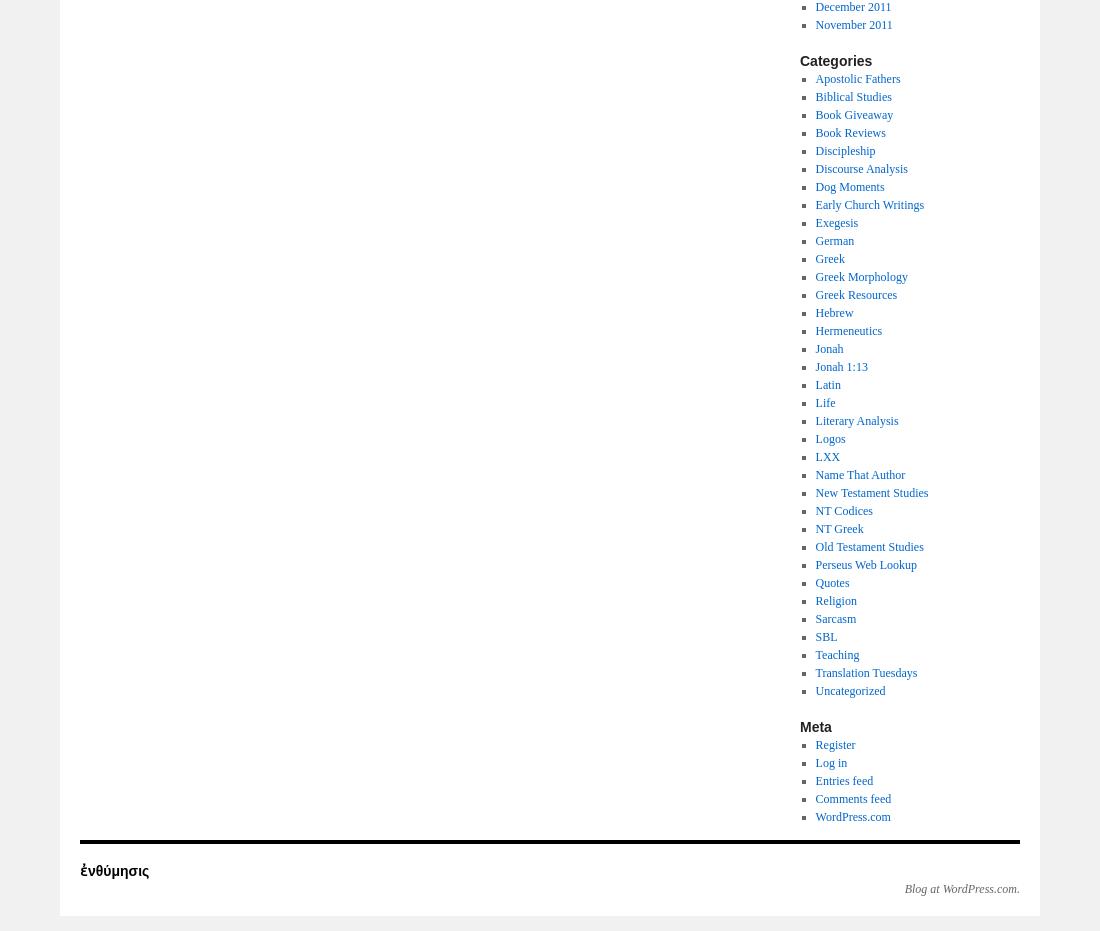 This screenshot has width=1100, height=931. I want to click on 'Teaching', so click(835, 654).